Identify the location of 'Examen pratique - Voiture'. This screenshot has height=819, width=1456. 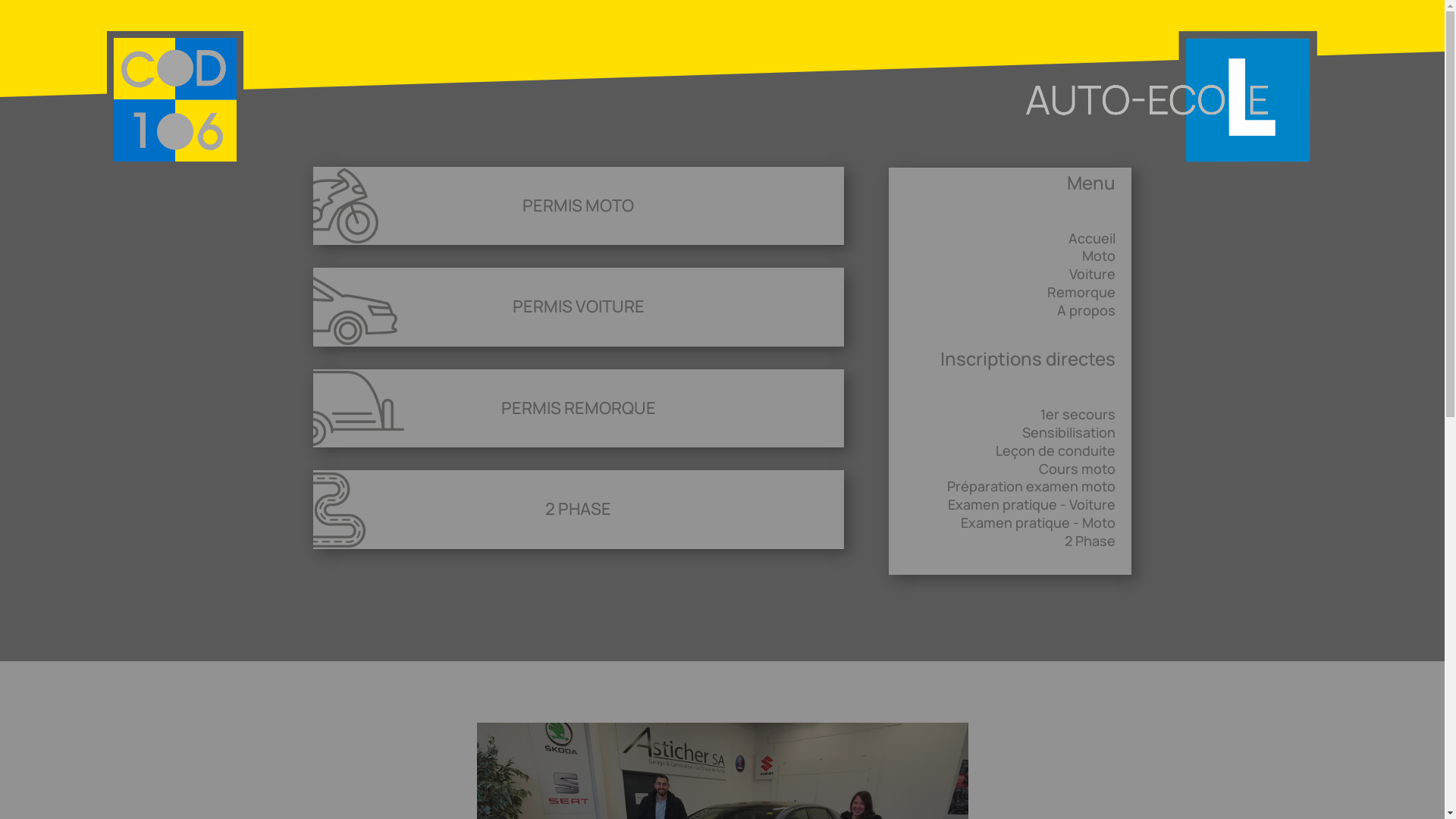
(1031, 504).